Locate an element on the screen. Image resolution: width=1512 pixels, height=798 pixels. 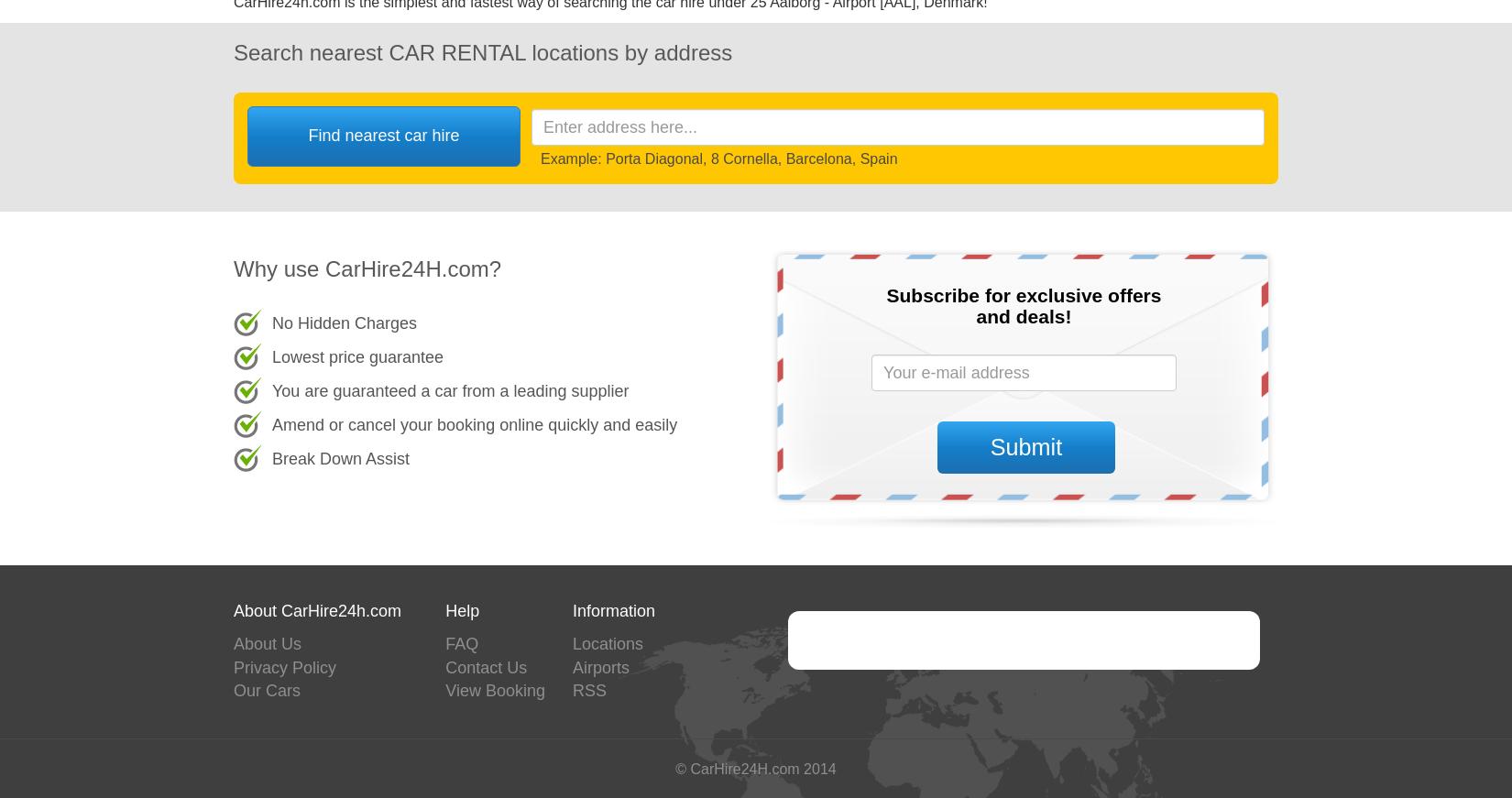
'Help' is located at coordinates (444, 610).